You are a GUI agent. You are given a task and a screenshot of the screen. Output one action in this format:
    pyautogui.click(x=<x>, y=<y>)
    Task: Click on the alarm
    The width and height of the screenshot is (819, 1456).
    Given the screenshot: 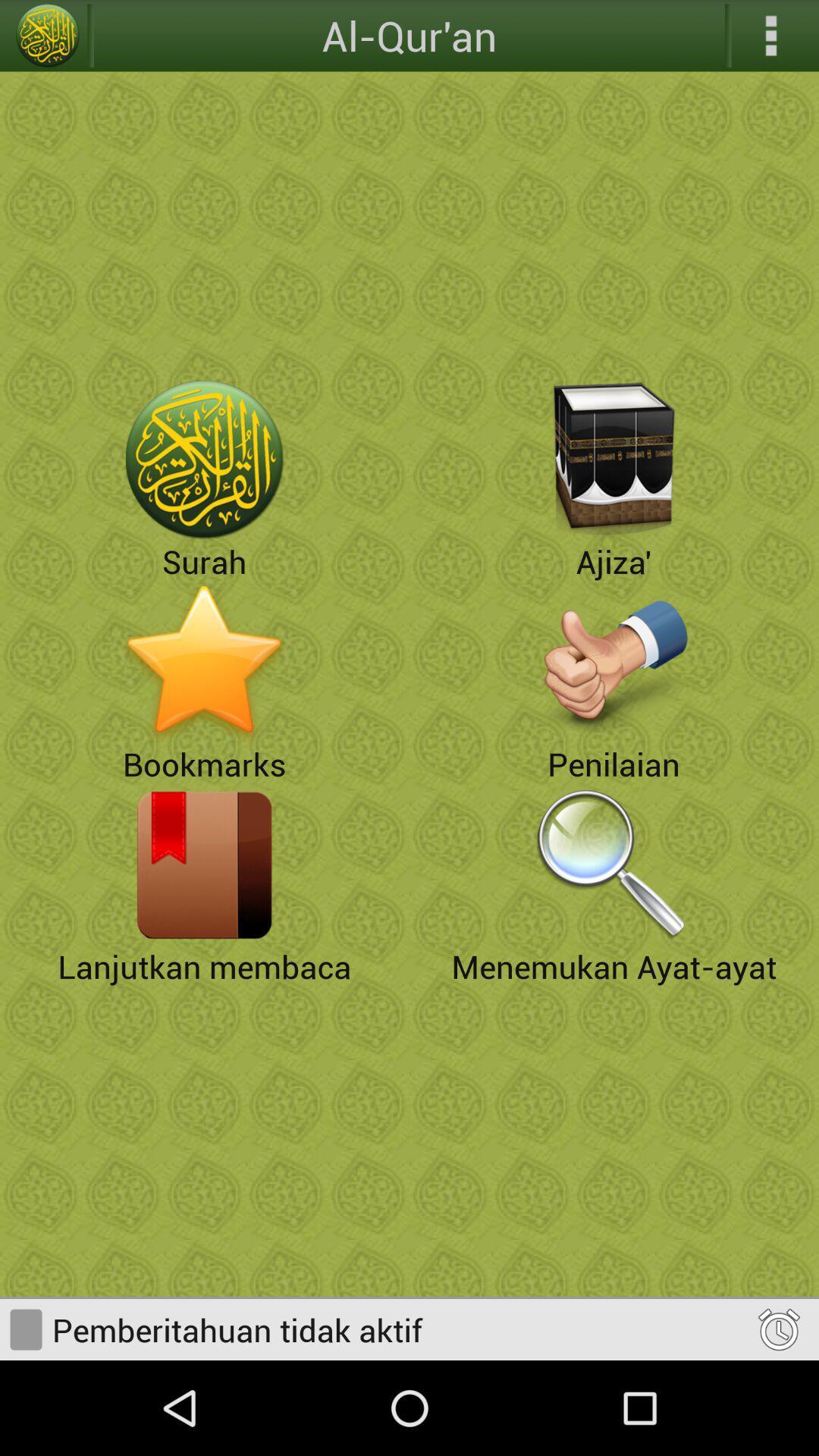 What is the action you would take?
    pyautogui.click(x=779, y=1329)
    